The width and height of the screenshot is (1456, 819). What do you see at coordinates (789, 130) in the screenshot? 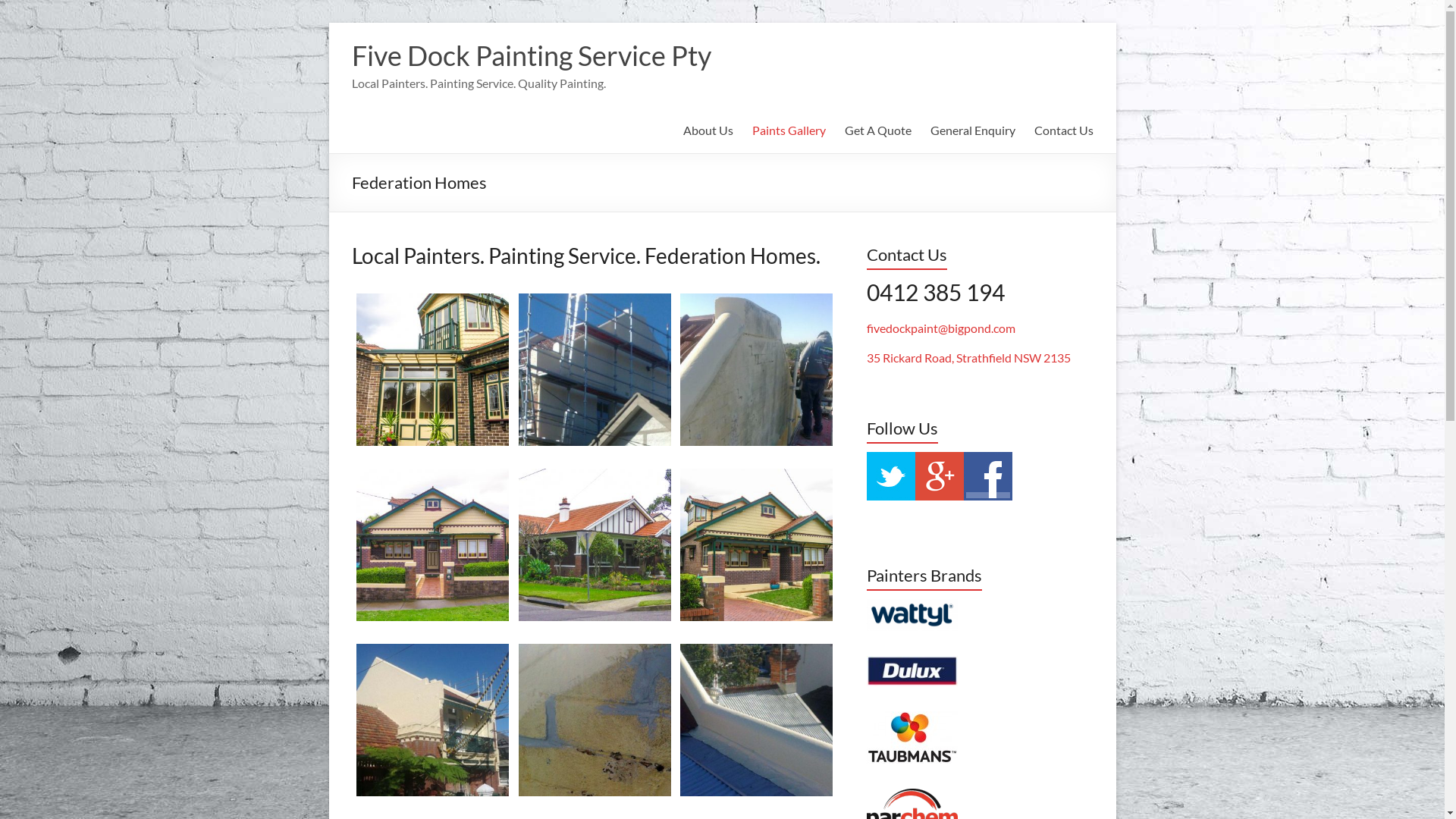
I see `'Paints Gallery'` at bounding box center [789, 130].